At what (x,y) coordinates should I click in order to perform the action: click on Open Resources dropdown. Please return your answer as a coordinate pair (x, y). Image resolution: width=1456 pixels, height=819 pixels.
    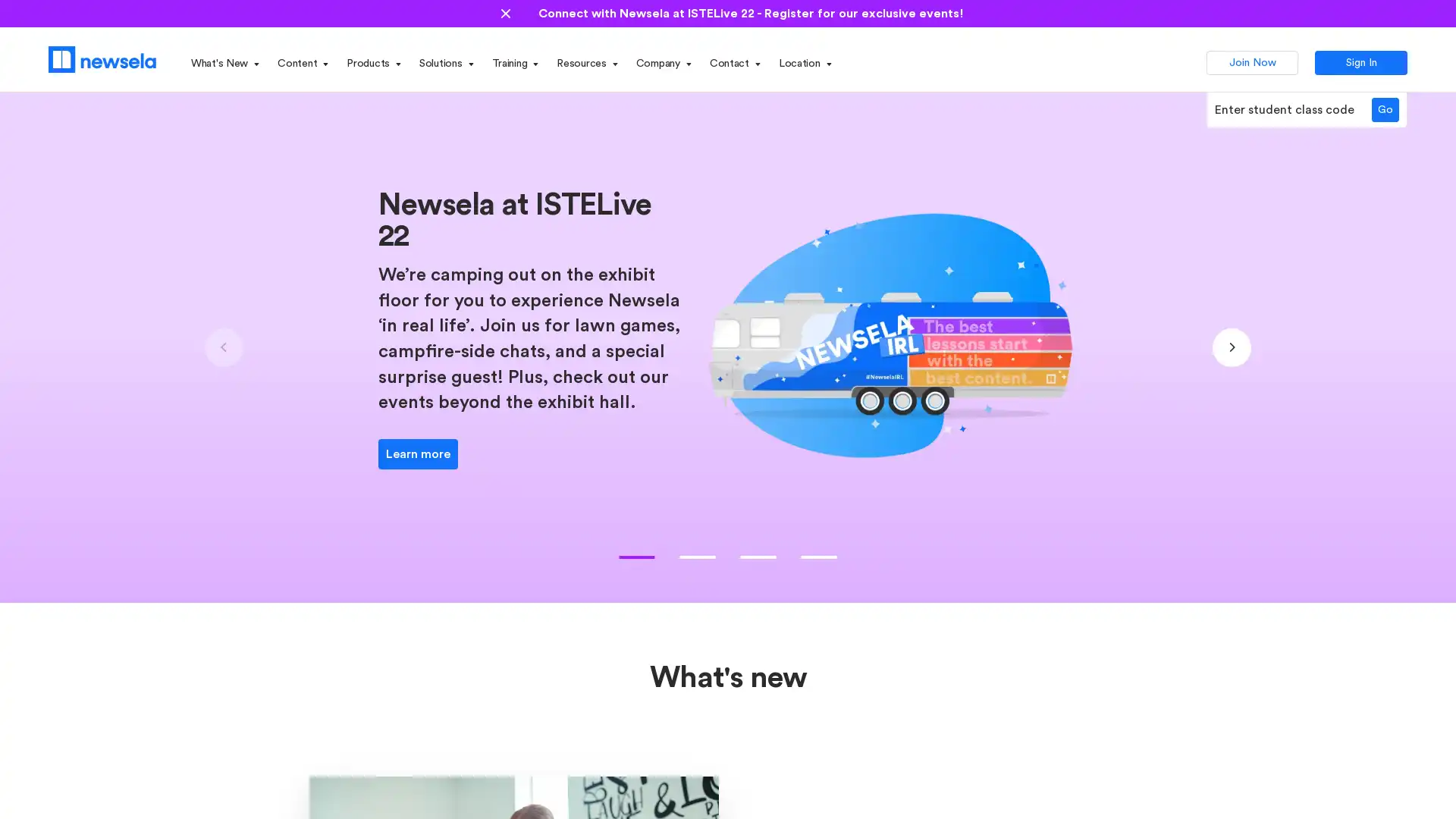
    Looking at the image, I should click on (615, 62).